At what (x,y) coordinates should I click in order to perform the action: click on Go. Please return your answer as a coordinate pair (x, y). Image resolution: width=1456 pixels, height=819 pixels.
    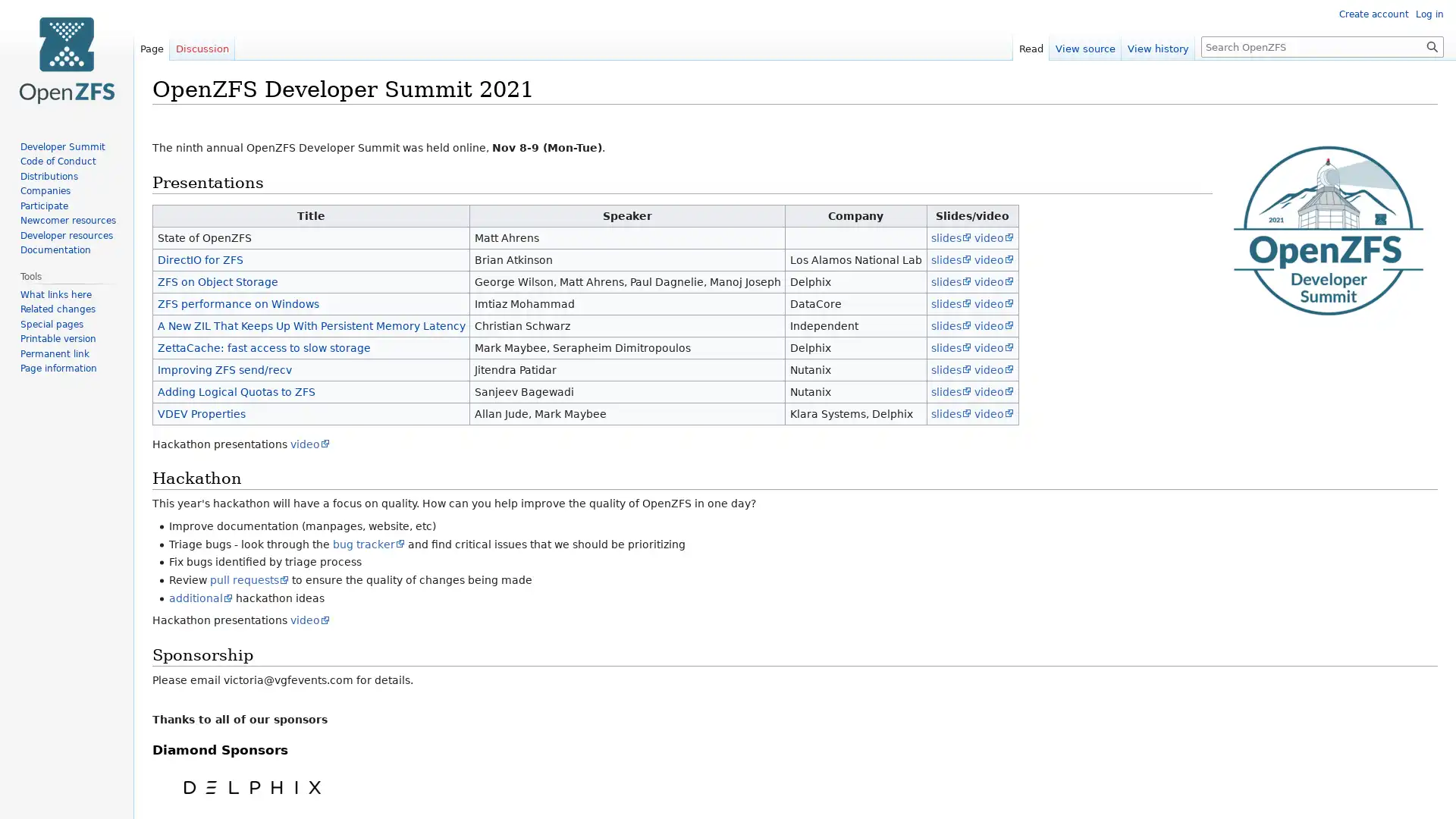
    Looking at the image, I should click on (1432, 45).